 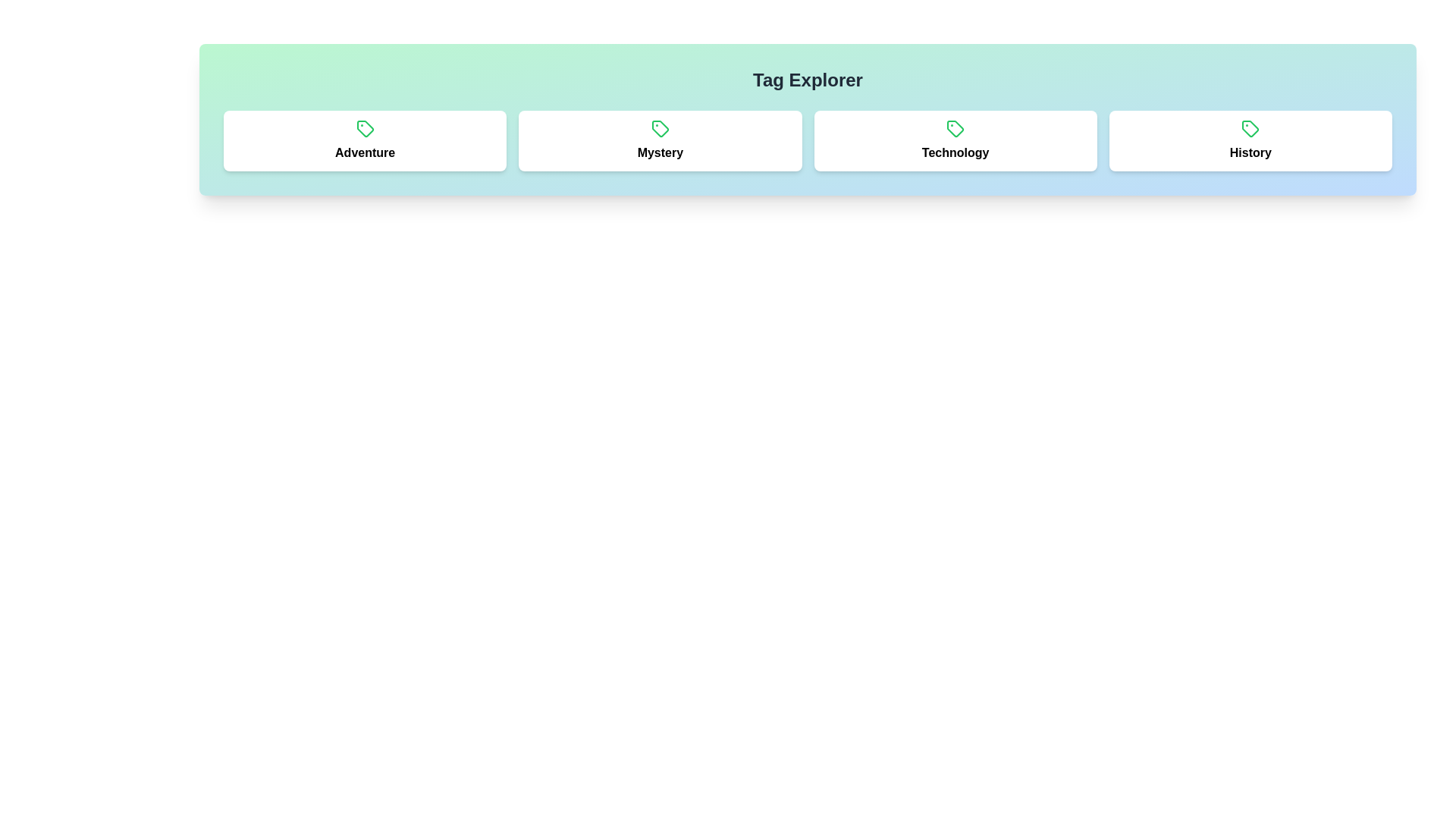 I want to click on the 'Mystery' category button, which is a rectangular button with a shadowed border, rounded corners, a green tag icon, and bold black text, so click(x=660, y=140).